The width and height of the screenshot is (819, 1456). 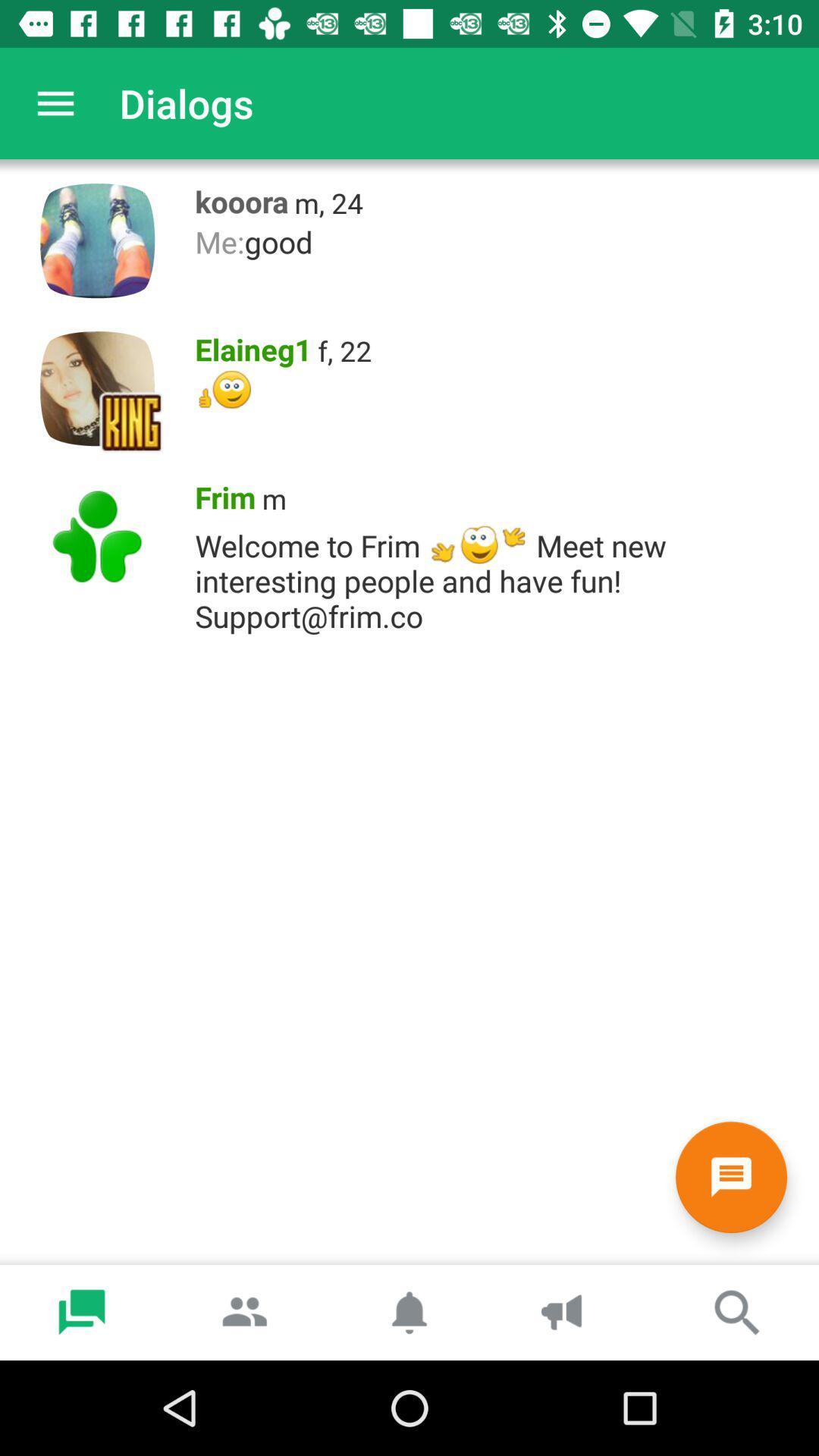 I want to click on the icon above the *t* icon, so click(x=247, y=345).